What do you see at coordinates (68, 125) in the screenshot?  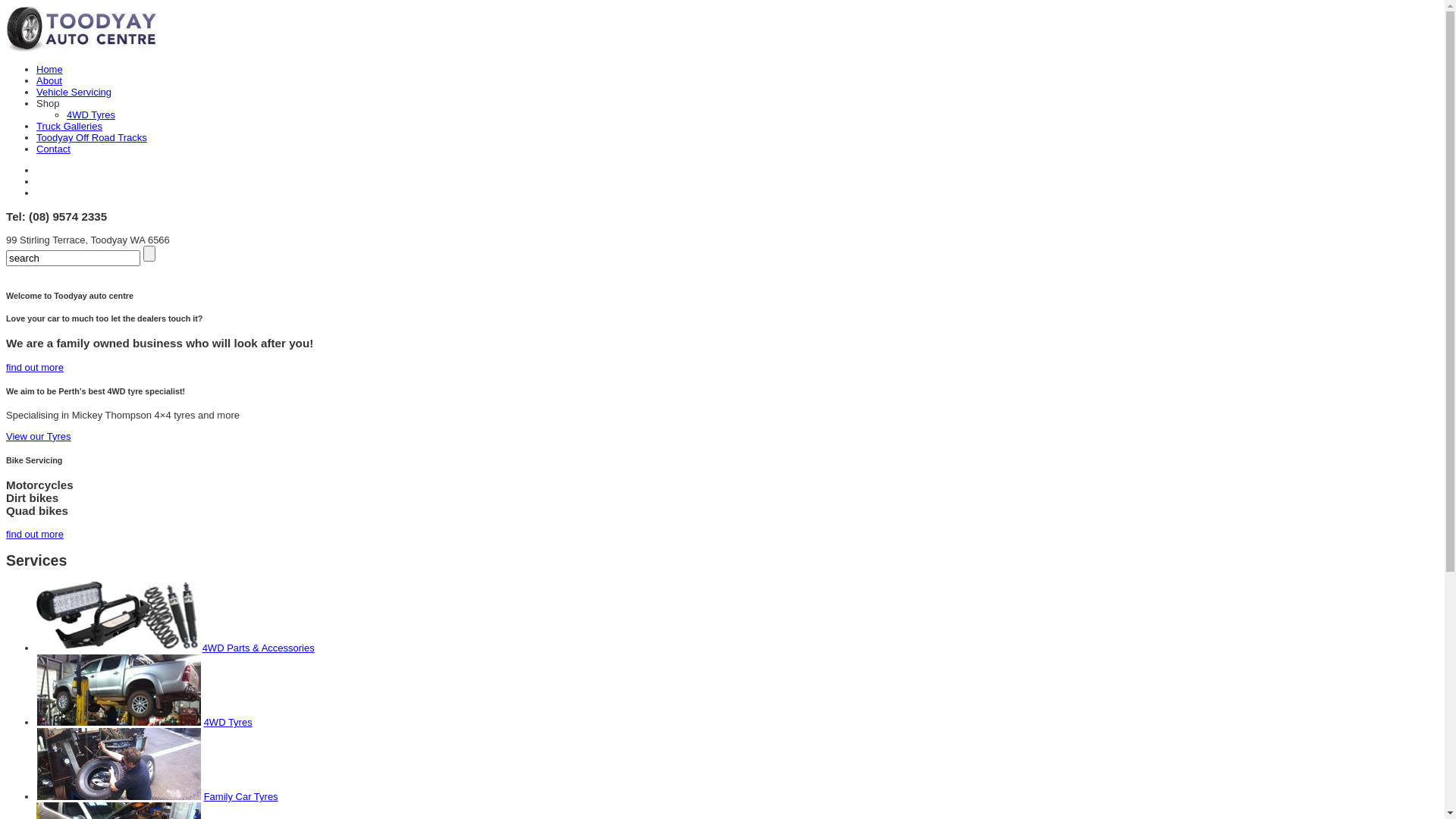 I see `'Truck Galleries'` at bounding box center [68, 125].